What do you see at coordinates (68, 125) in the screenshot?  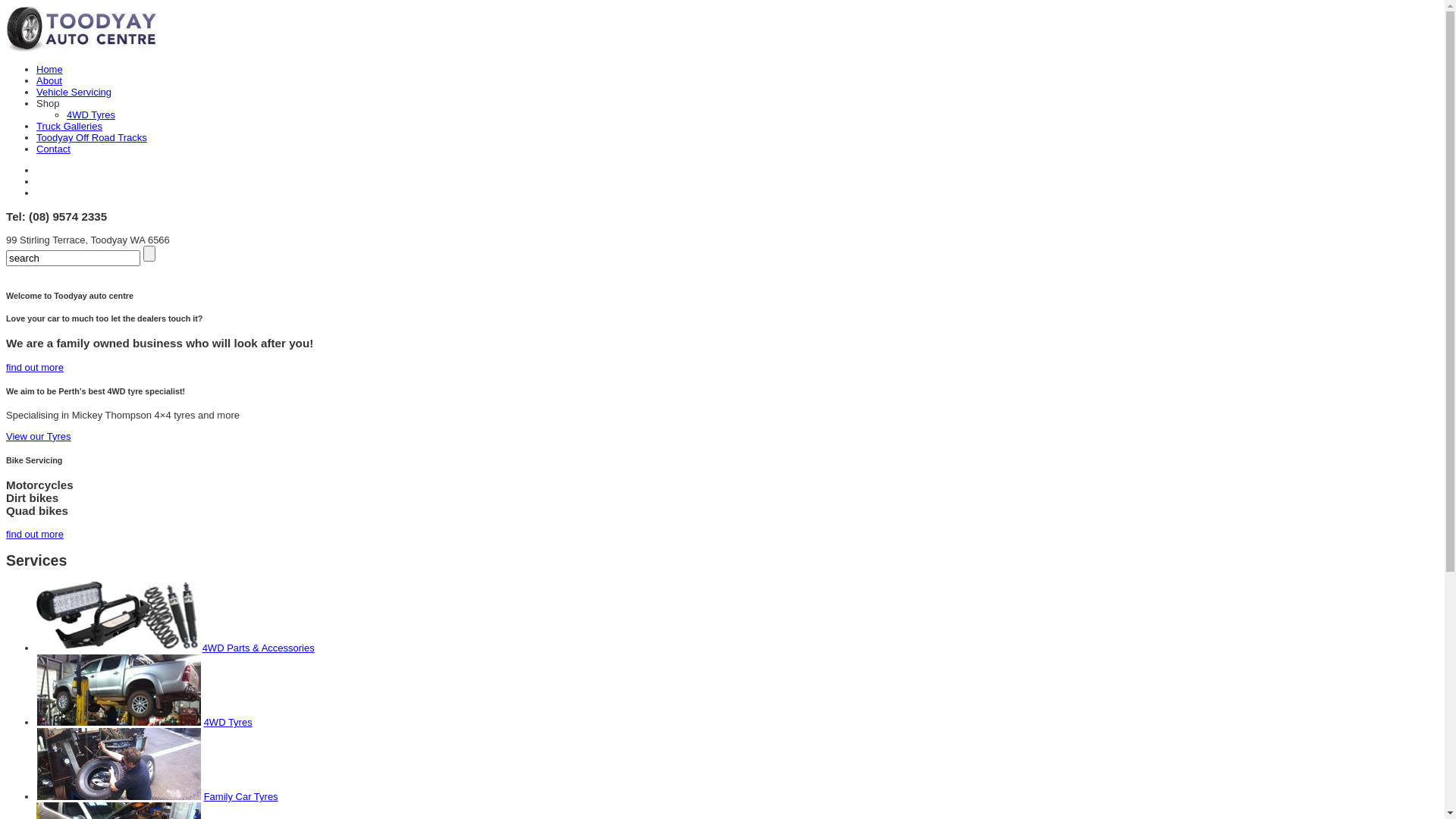 I see `'Truck Galleries'` at bounding box center [68, 125].